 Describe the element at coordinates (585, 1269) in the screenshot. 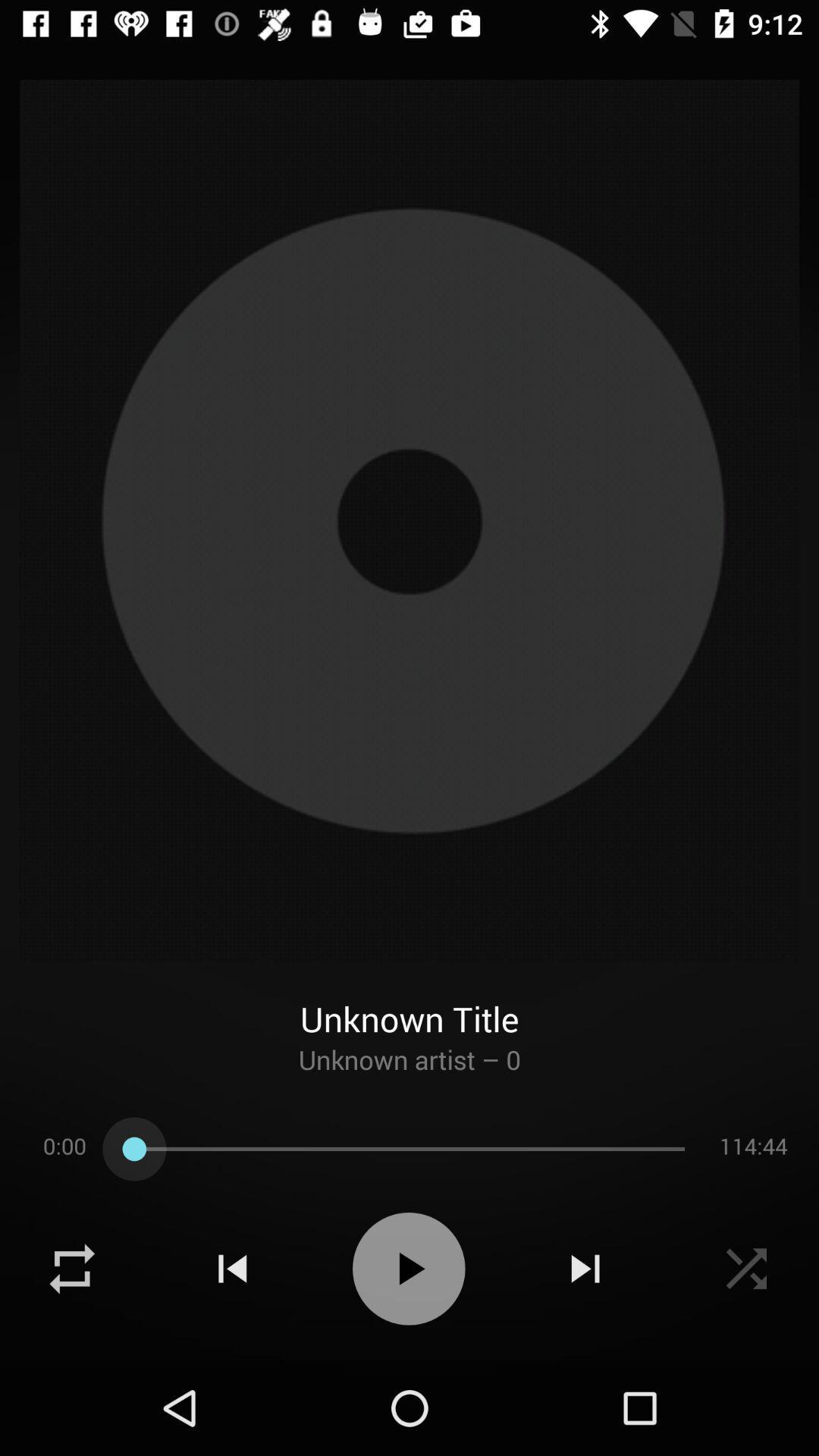

I see `the skip_next icon` at that location.